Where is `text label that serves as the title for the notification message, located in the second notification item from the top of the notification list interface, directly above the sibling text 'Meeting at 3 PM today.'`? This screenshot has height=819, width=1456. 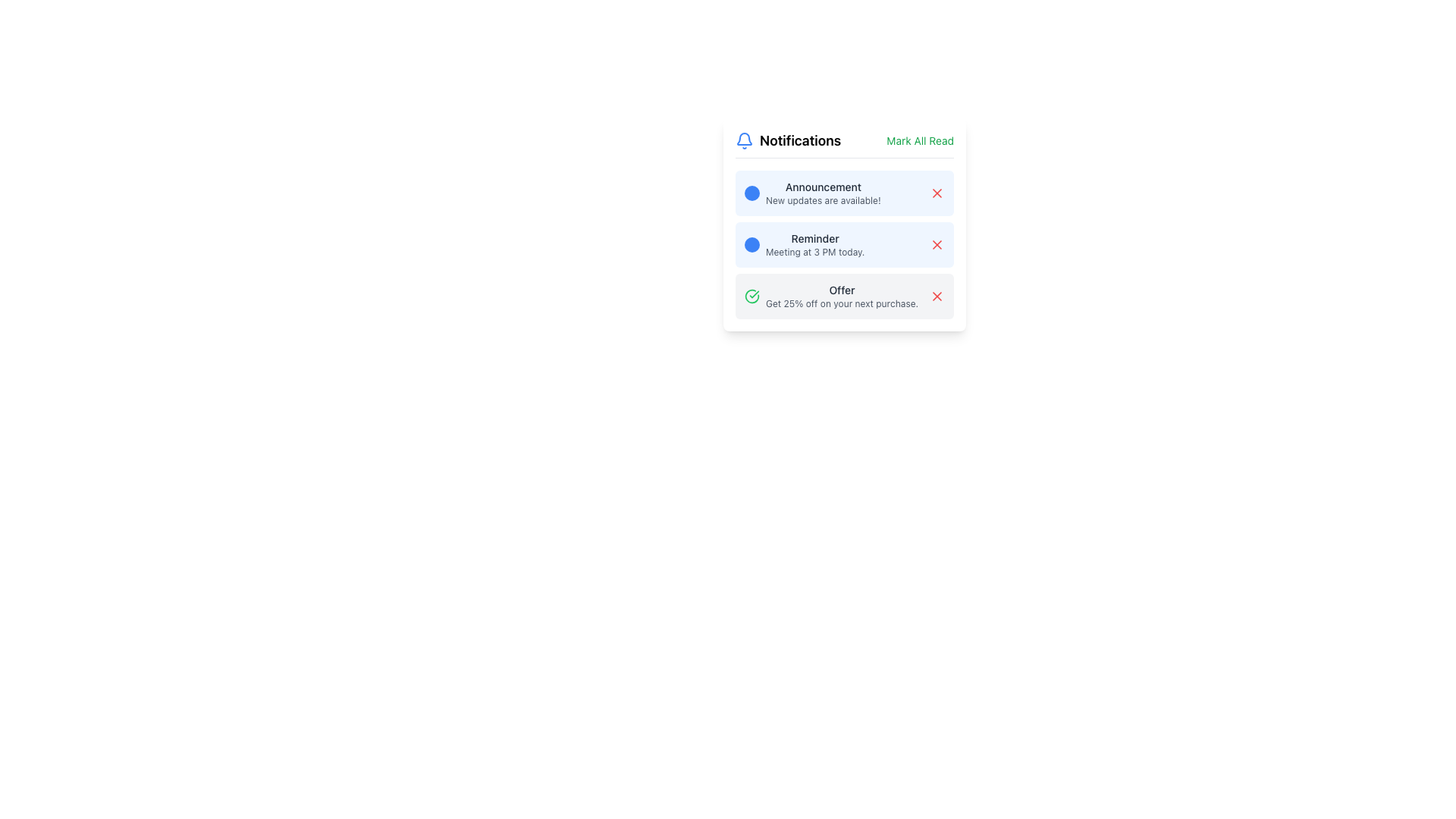 text label that serves as the title for the notification message, located in the second notification item from the top of the notification list interface, directly above the sibling text 'Meeting at 3 PM today.' is located at coordinates (814, 239).